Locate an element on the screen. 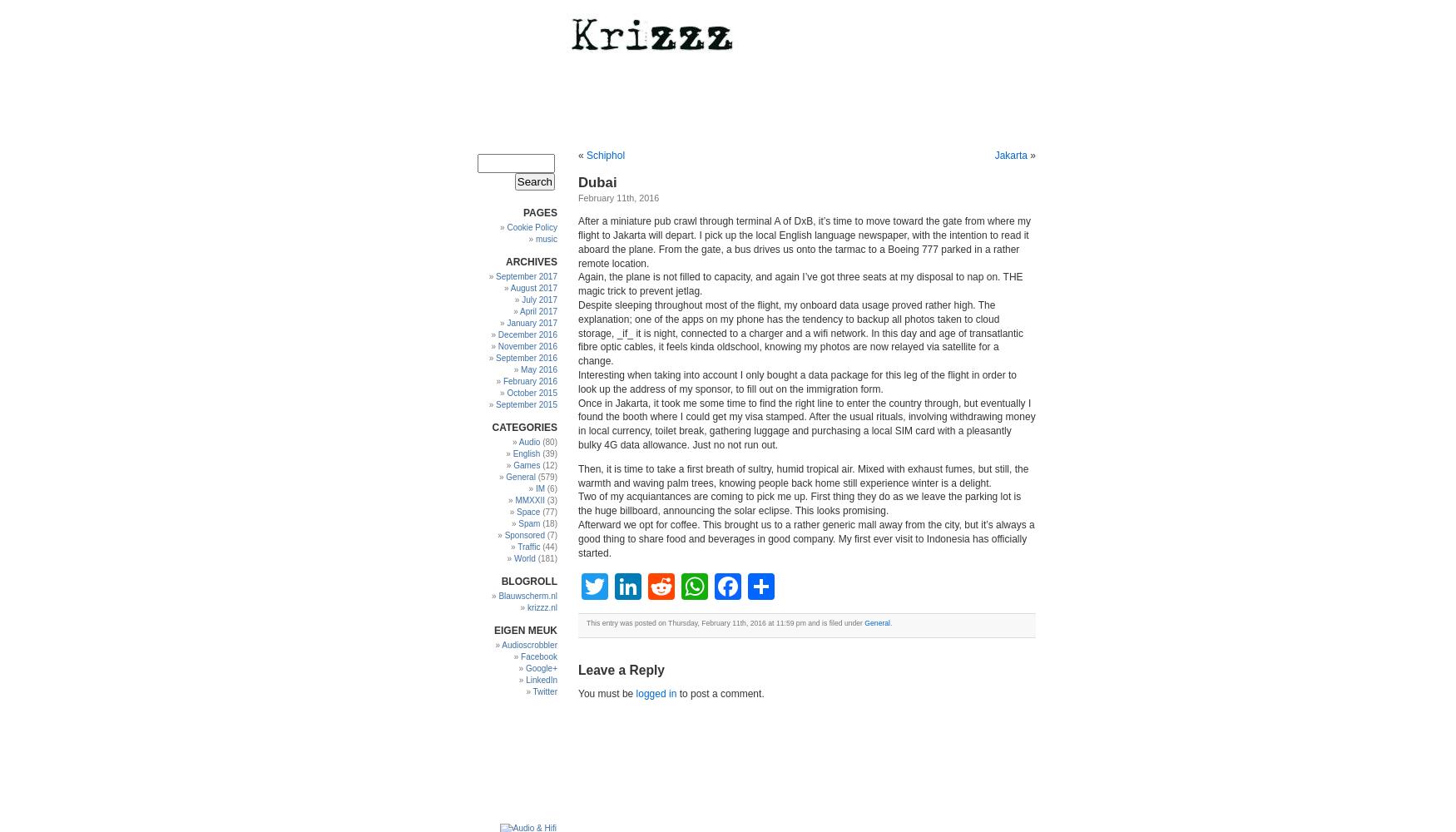  'September 2015' is located at coordinates (525, 404).